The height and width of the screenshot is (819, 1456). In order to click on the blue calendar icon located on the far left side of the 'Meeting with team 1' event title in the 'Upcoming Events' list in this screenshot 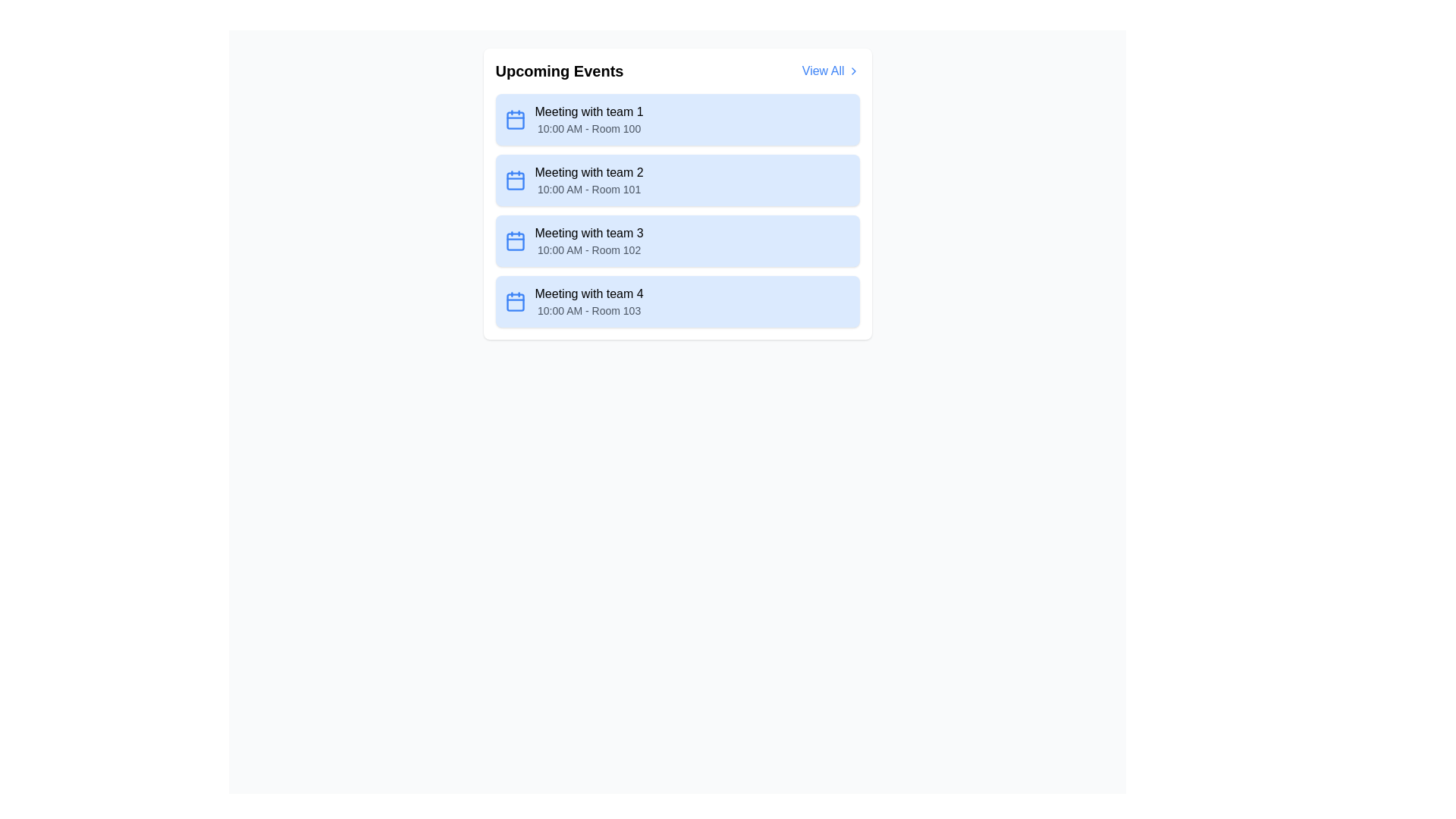, I will do `click(515, 119)`.